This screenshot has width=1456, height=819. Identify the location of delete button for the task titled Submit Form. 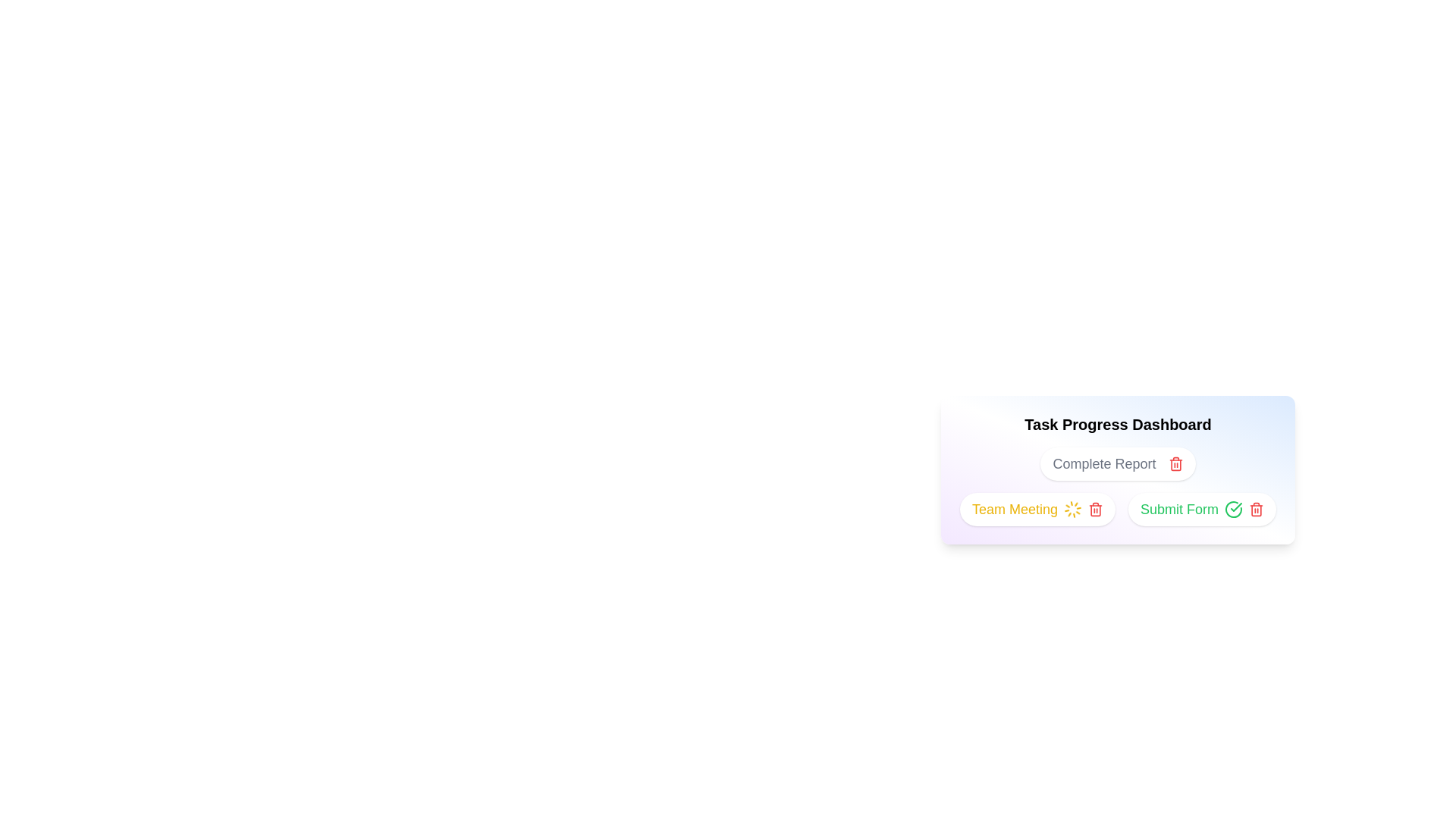
(1256, 509).